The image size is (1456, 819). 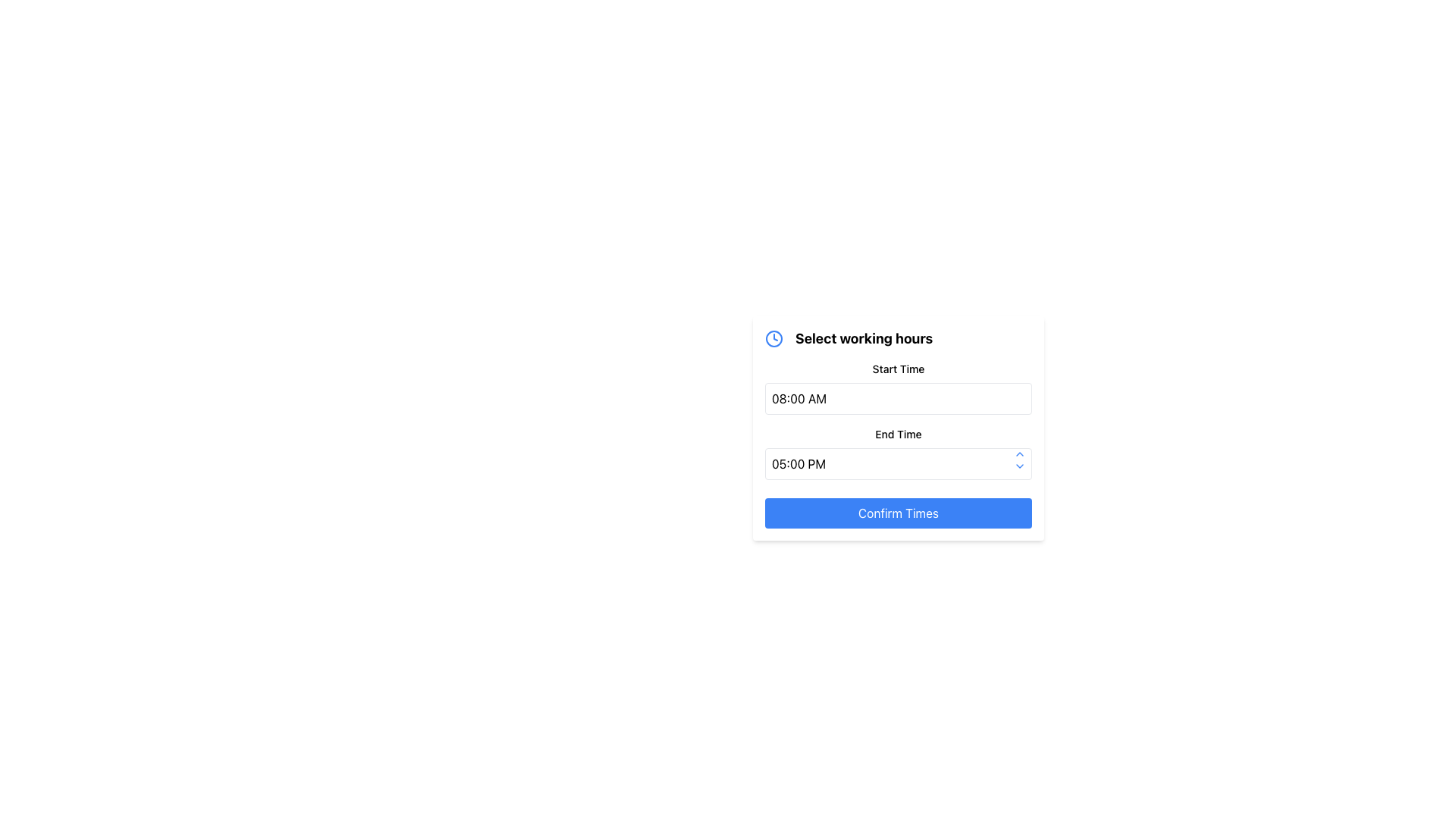 I want to click on the circular clock icon with a blue outline located to the left of the 'Select working hours' text, so click(x=774, y=338).